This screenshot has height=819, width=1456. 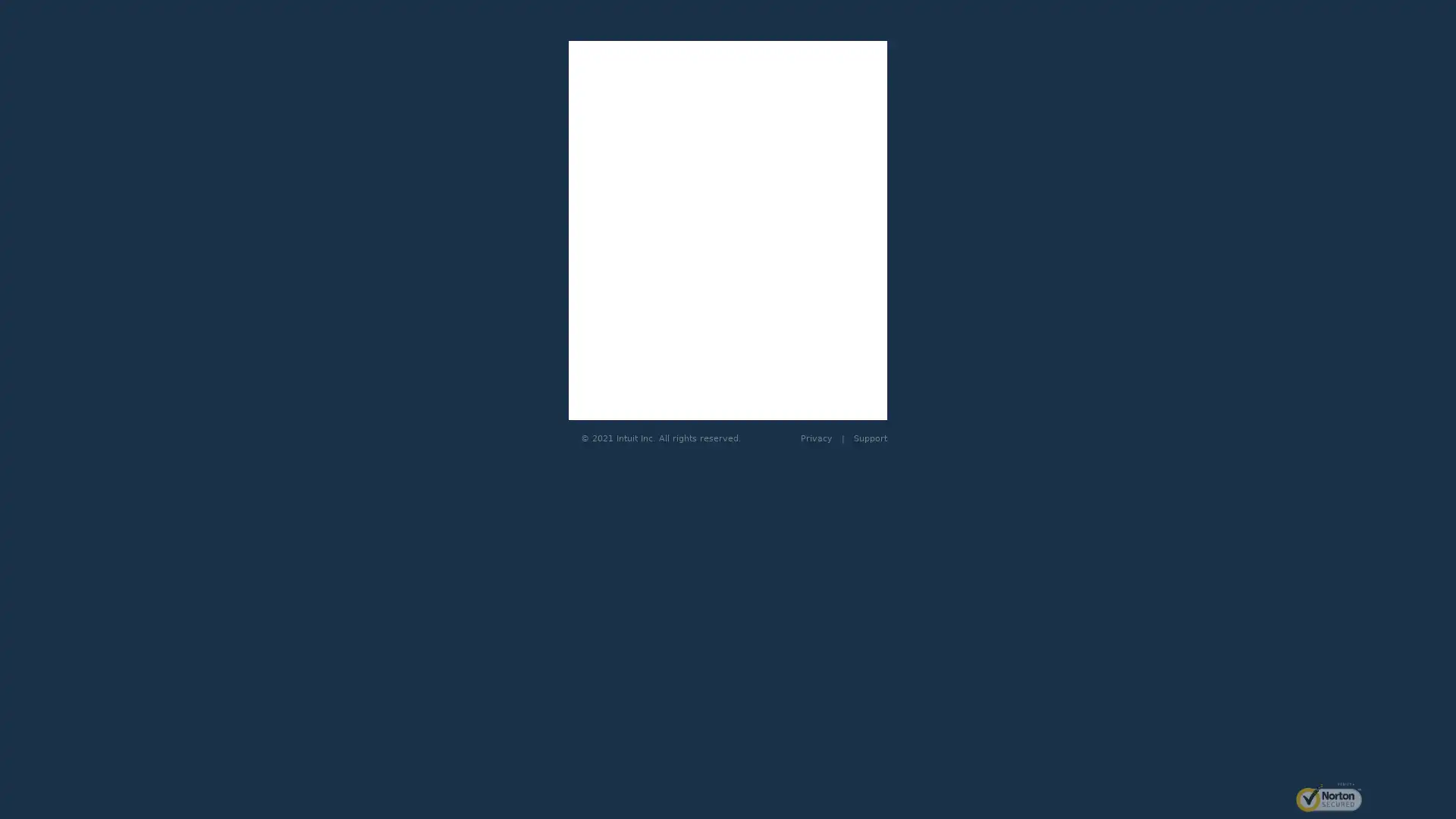 I want to click on Sign In, so click(x=728, y=396).